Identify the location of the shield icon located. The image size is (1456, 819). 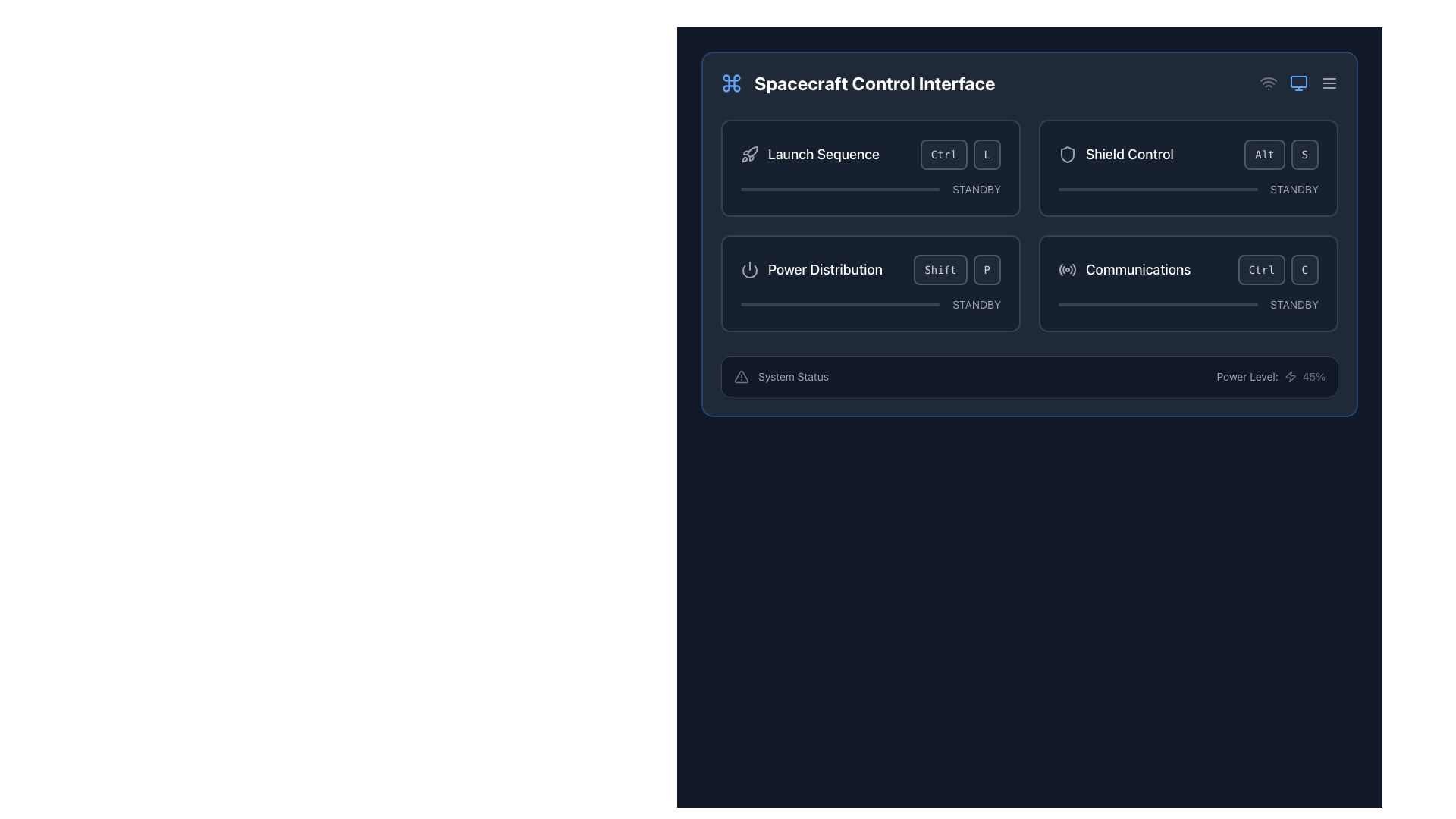
(1066, 155).